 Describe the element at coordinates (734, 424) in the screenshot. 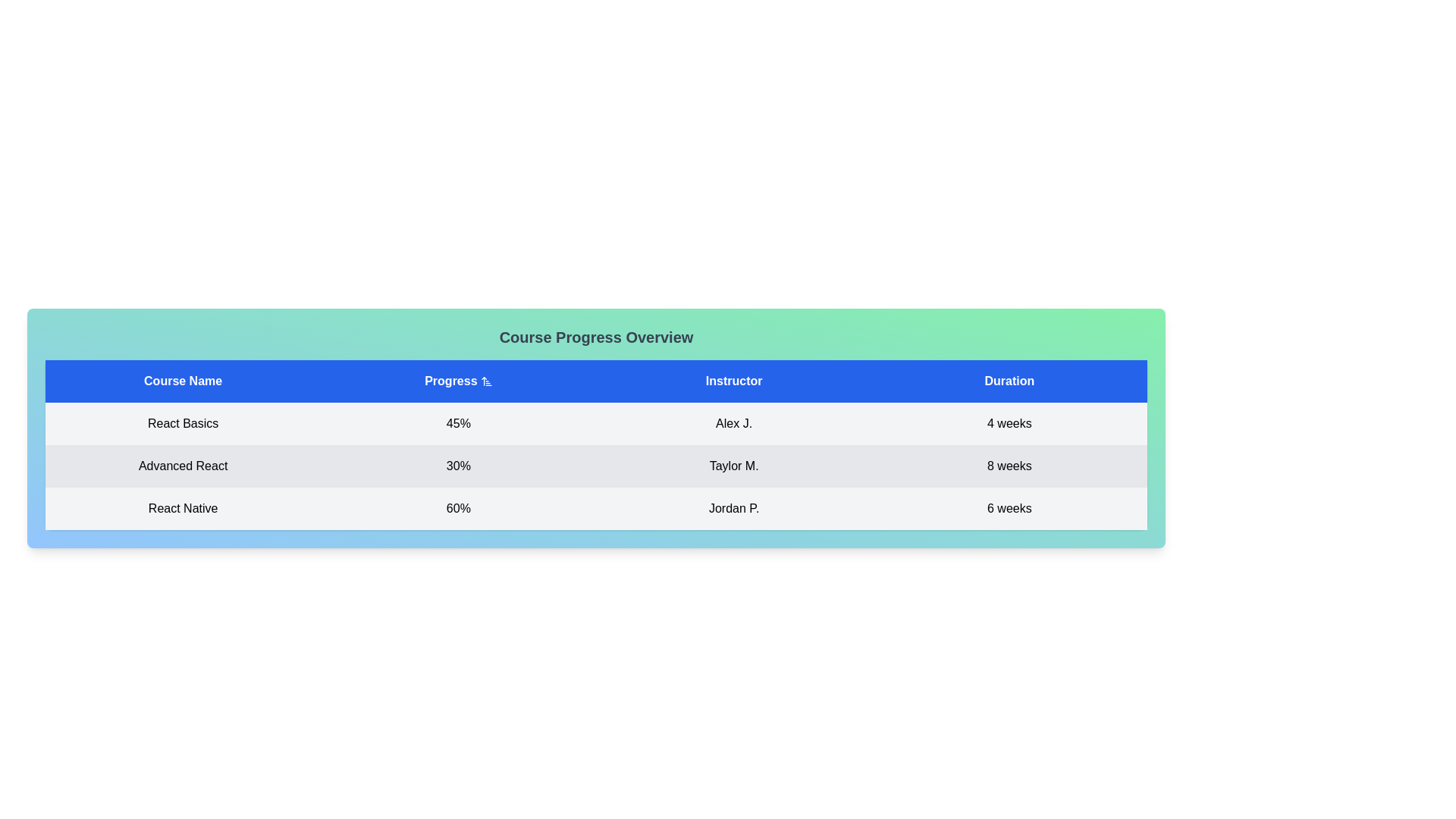

I see `the text label displaying 'Alex J.' in the instructor name column of the 'React Basics' course information table` at that location.